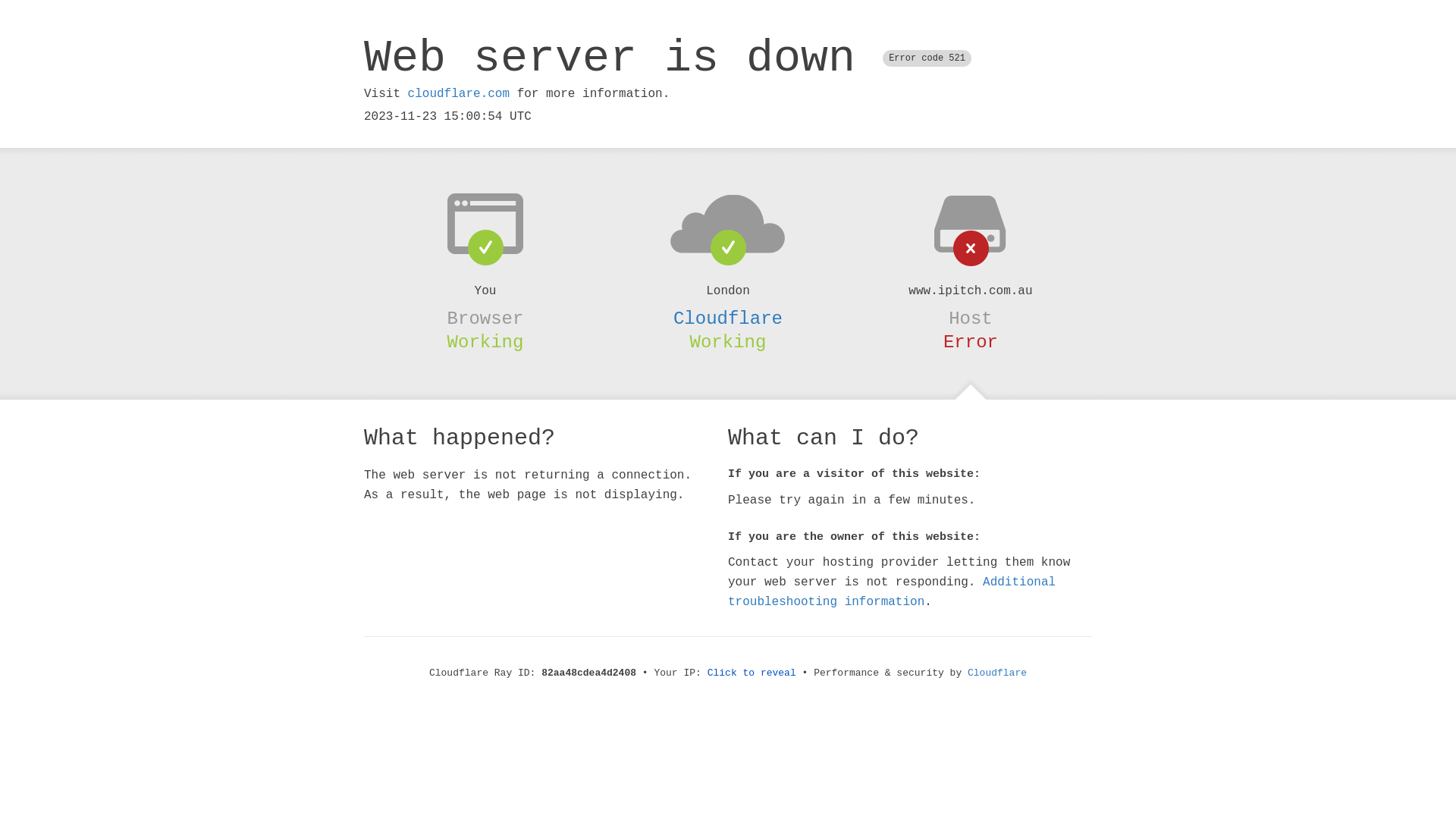 This screenshot has height=819, width=1456. Describe the element at coordinates (457, 93) in the screenshot. I see `'cloudflare.com'` at that location.